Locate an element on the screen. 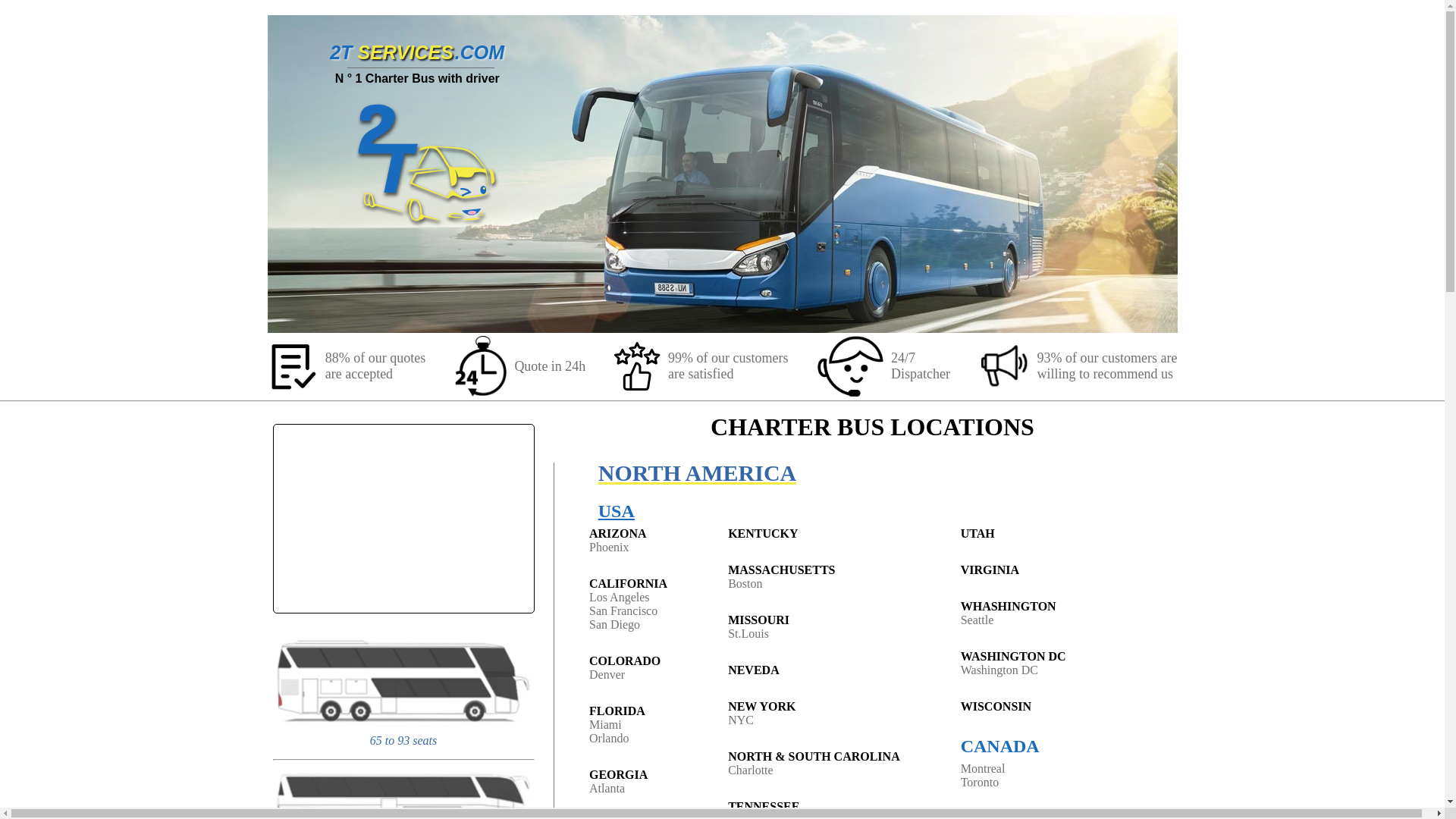 The width and height of the screenshot is (1456, 819). 'COLORADO' is located at coordinates (588, 660).